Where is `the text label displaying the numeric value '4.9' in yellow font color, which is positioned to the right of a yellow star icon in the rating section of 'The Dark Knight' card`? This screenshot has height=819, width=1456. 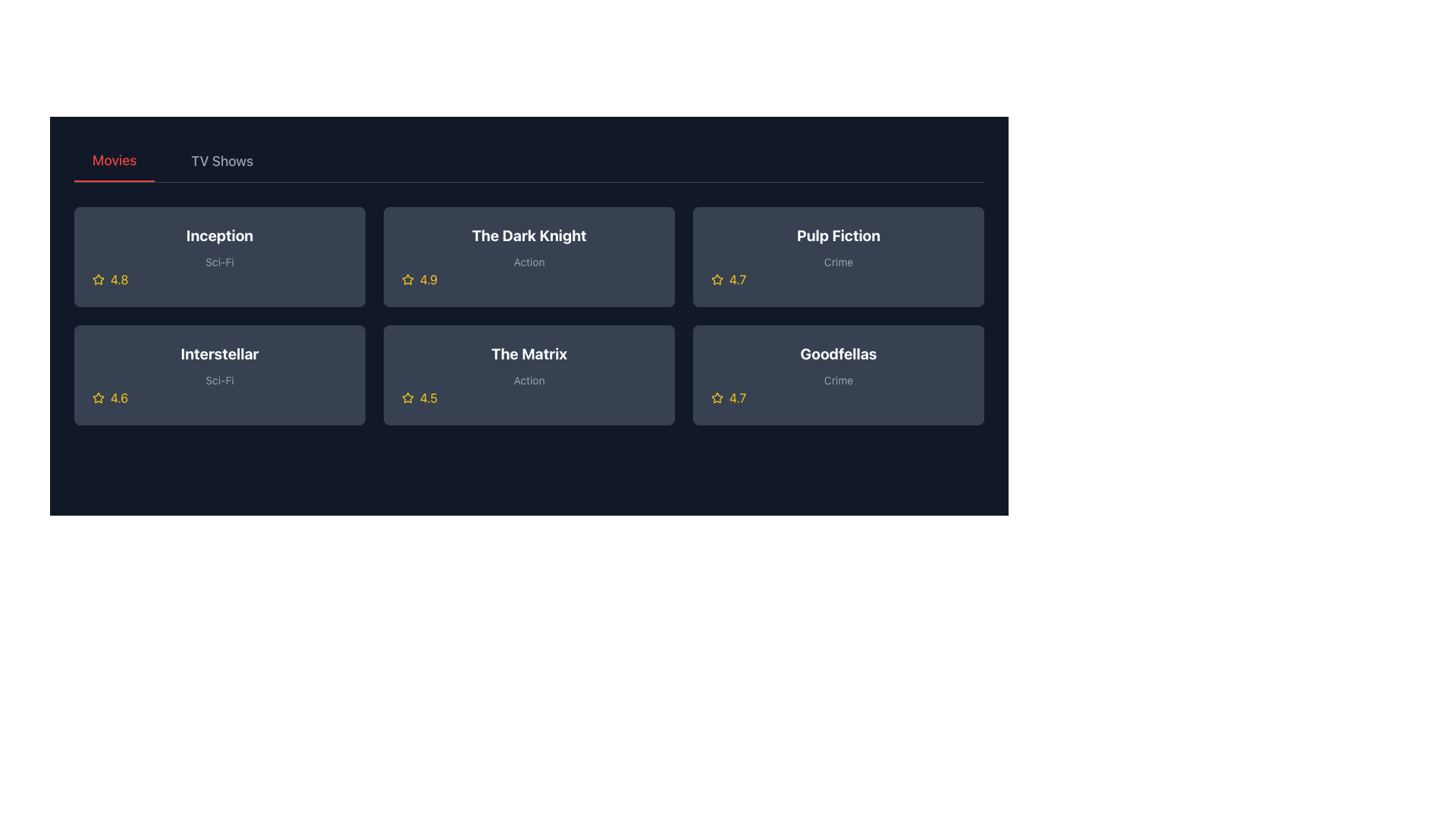 the text label displaying the numeric value '4.9' in yellow font color, which is positioned to the right of a yellow star icon in the rating section of 'The Dark Knight' card is located at coordinates (428, 280).